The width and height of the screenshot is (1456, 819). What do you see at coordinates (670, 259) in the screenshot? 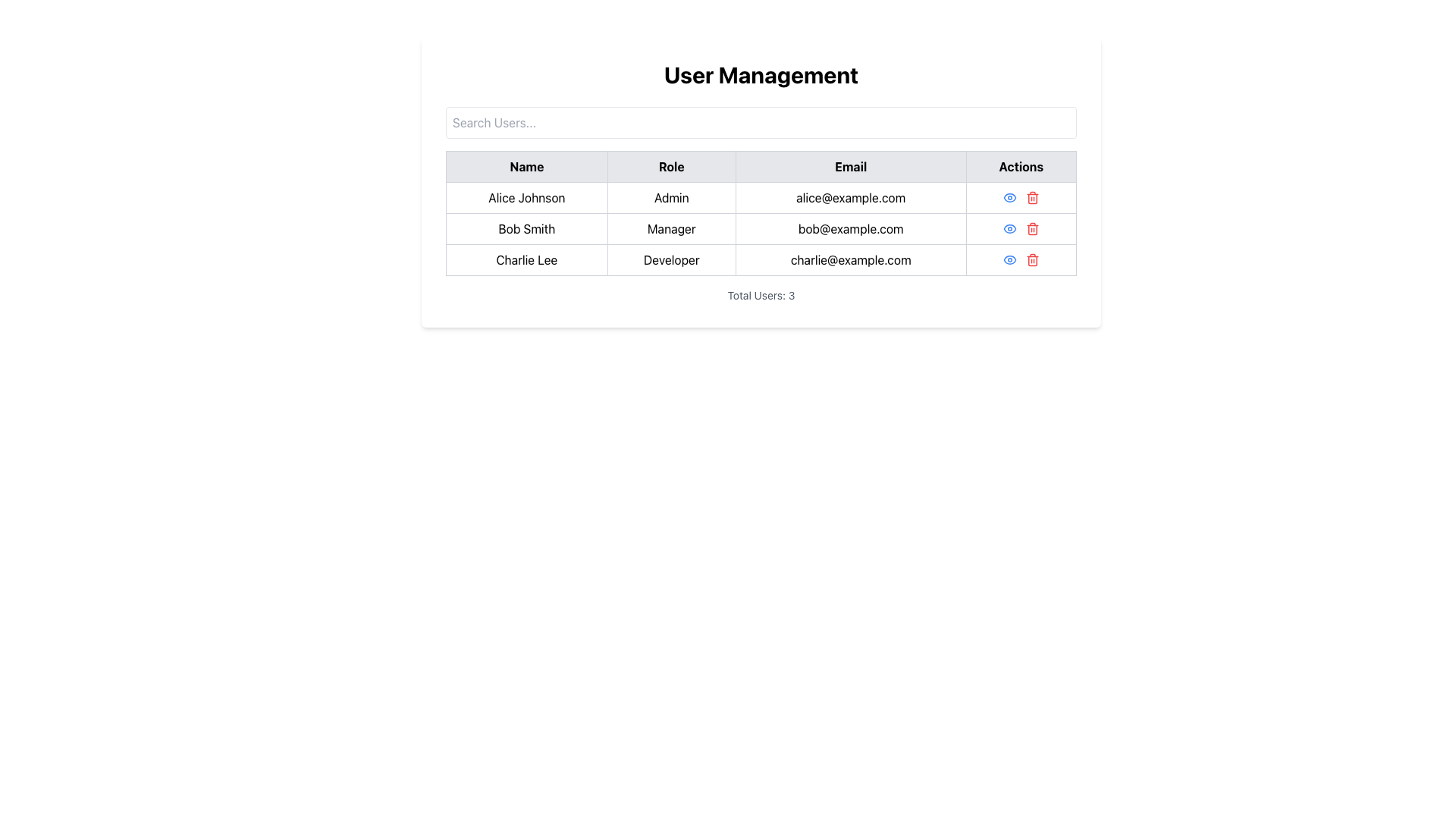
I see `text 'Developer' from the table cell located in the 'Role' column of the third row under 'User Management'` at bounding box center [670, 259].